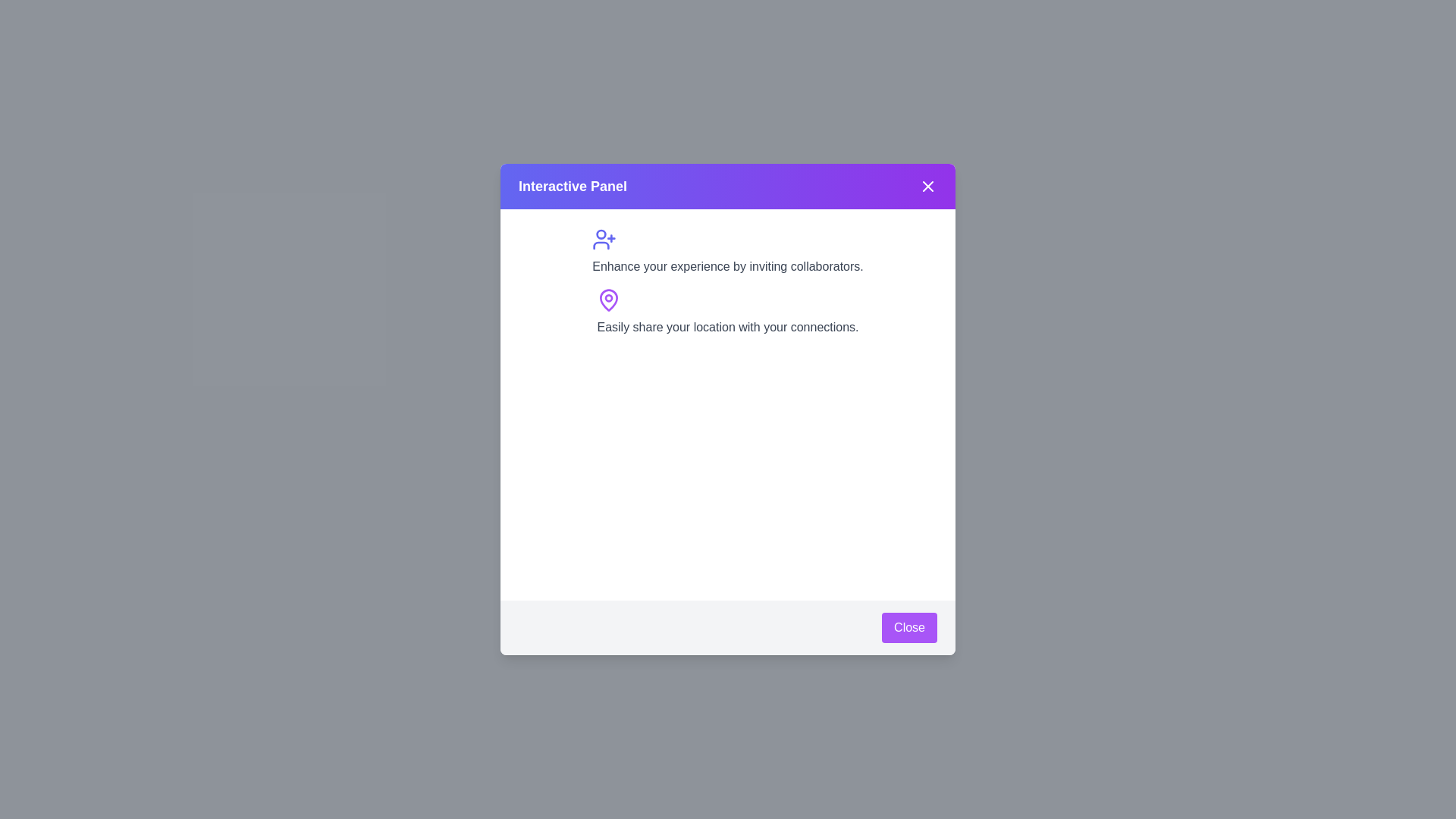  Describe the element at coordinates (601, 234) in the screenshot. I see `the circular SVG element that is part of the 'user-plus' icon, located near the user avatar icon with a plus sign overlay` at that location.